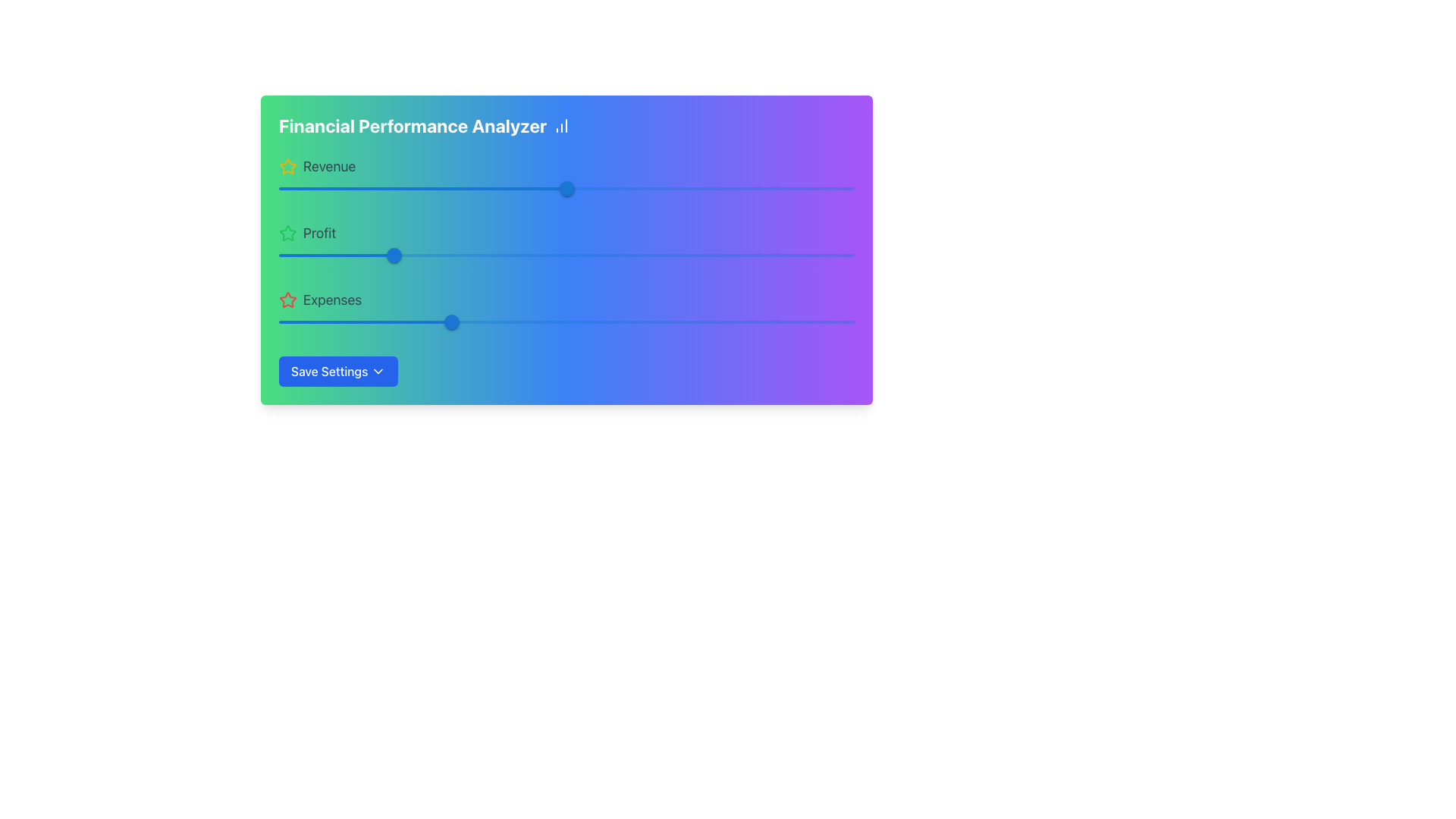  What do you see at coordinates (695, 254) in the screenshot?
I see `the profit slider` at bounding box center [695, 254].